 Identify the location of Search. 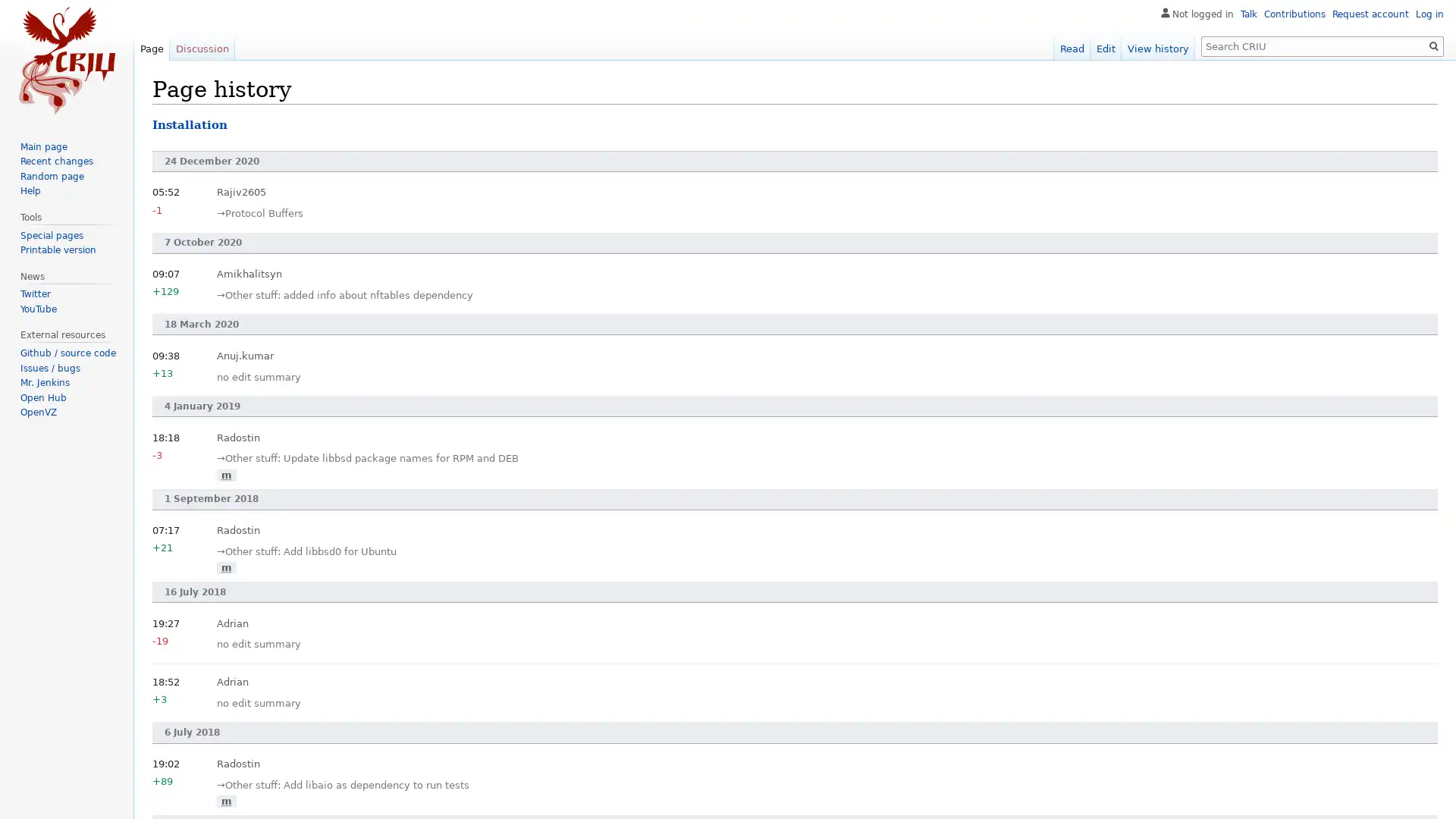
(1433, 45).